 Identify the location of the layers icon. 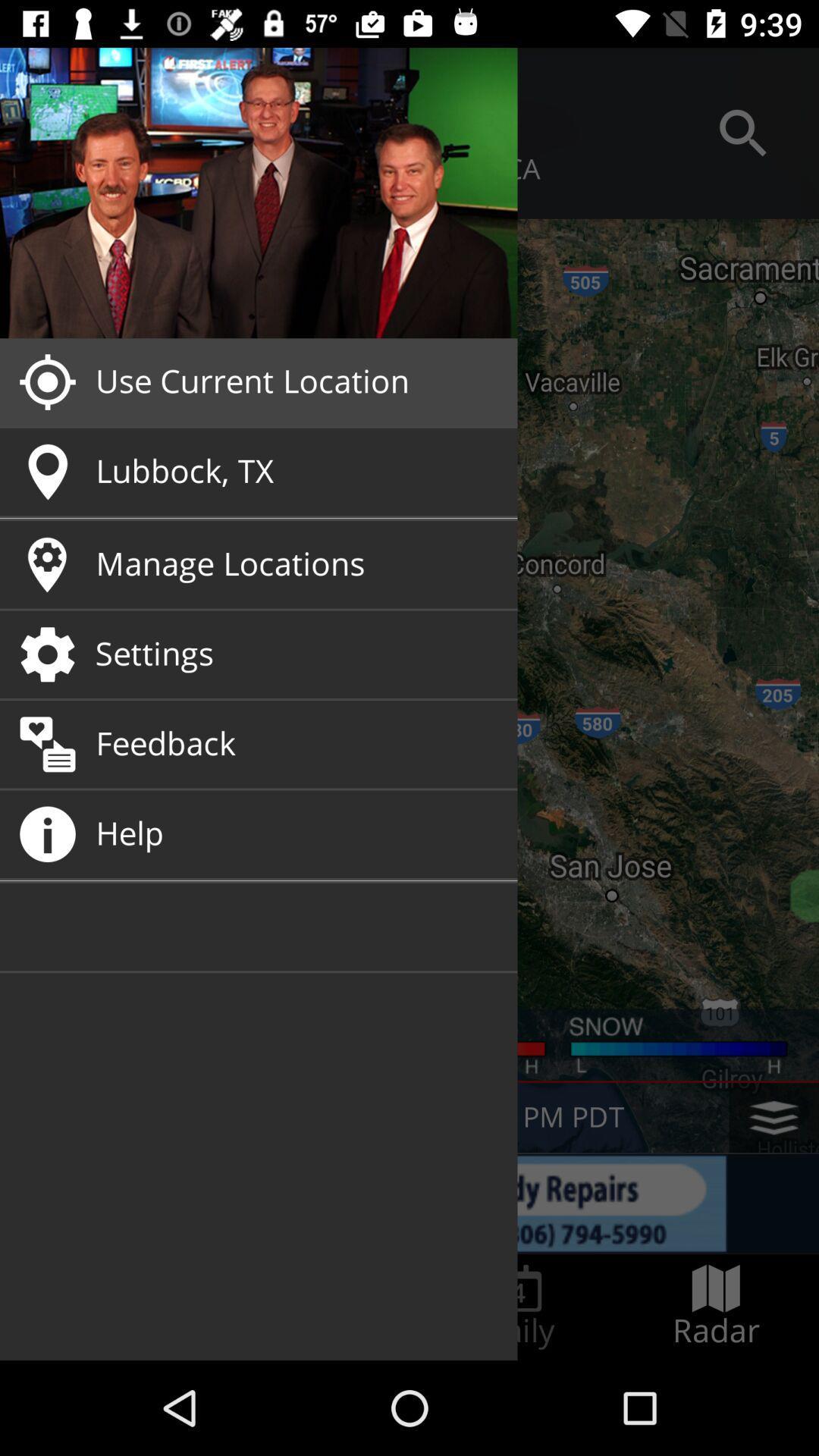
(773, 1118).